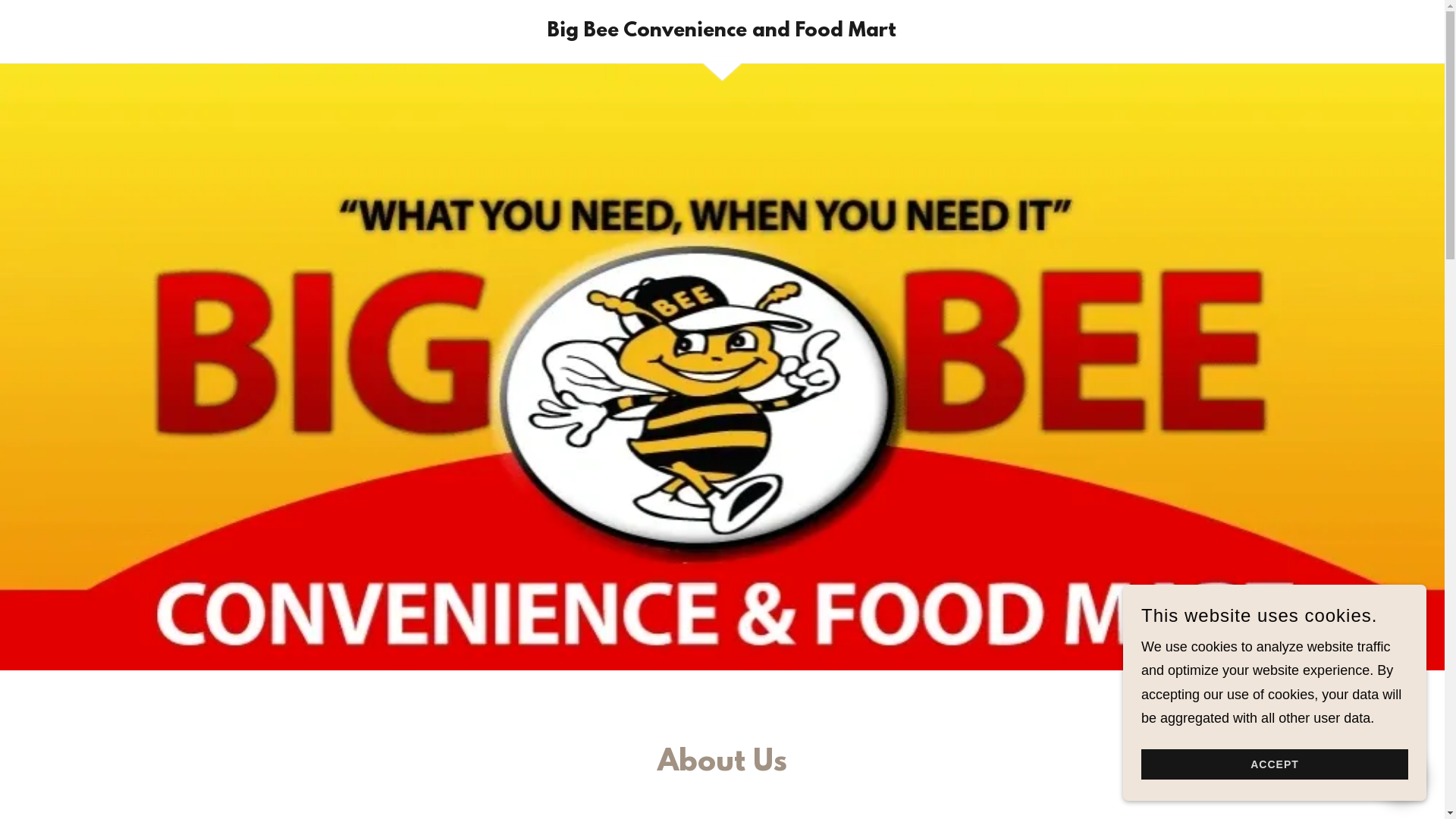 The width and height of the screenshot is (1456, 819). Describe the element at coordinates (1274, 764) in the screenshot. I see `'ACCEPT'` at that location.